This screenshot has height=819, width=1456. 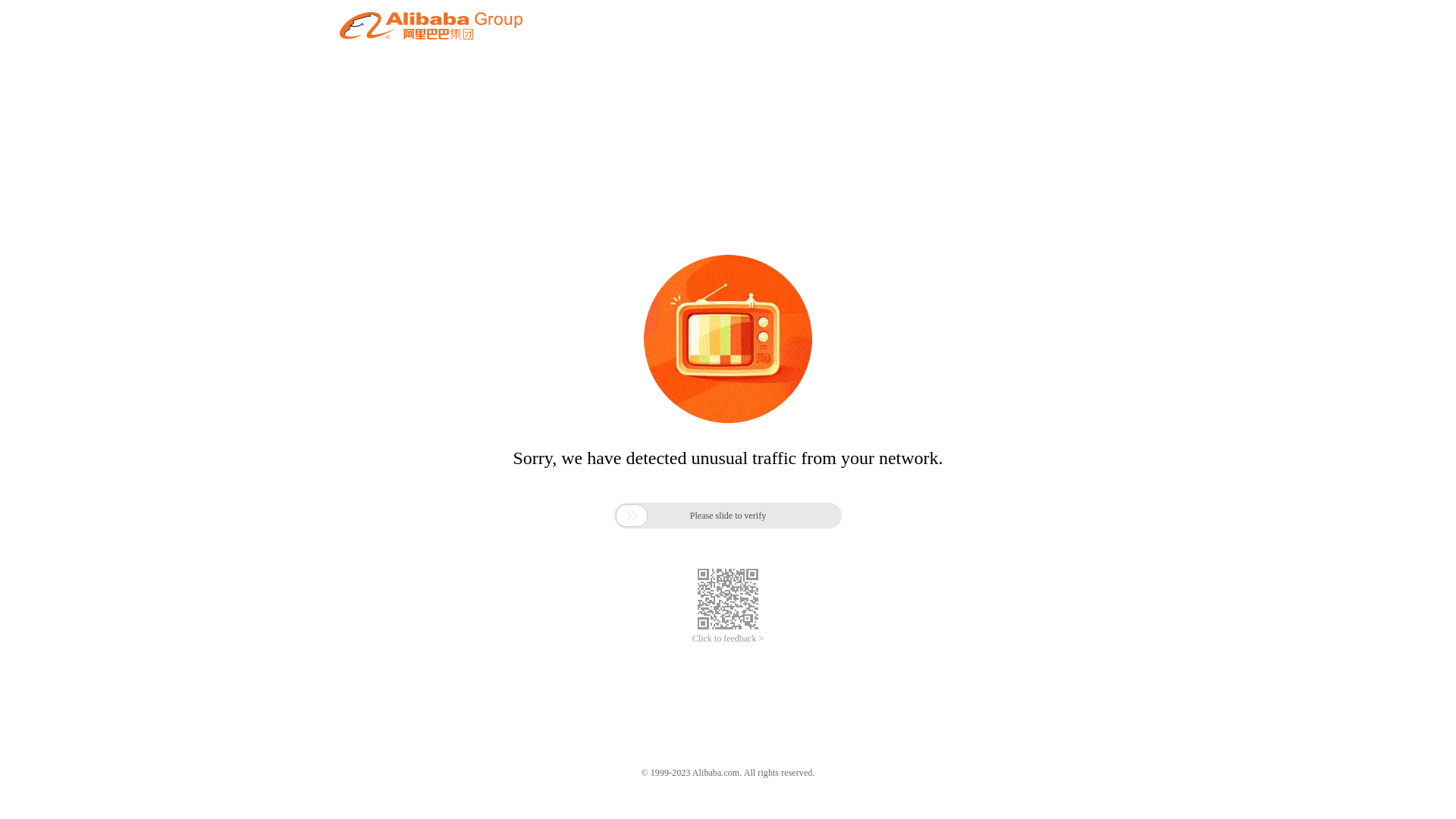 What do you see at coordinates (728, 639) in the screenshot?
I see `'Click to feedback >'` at bounding box center [728, 639].